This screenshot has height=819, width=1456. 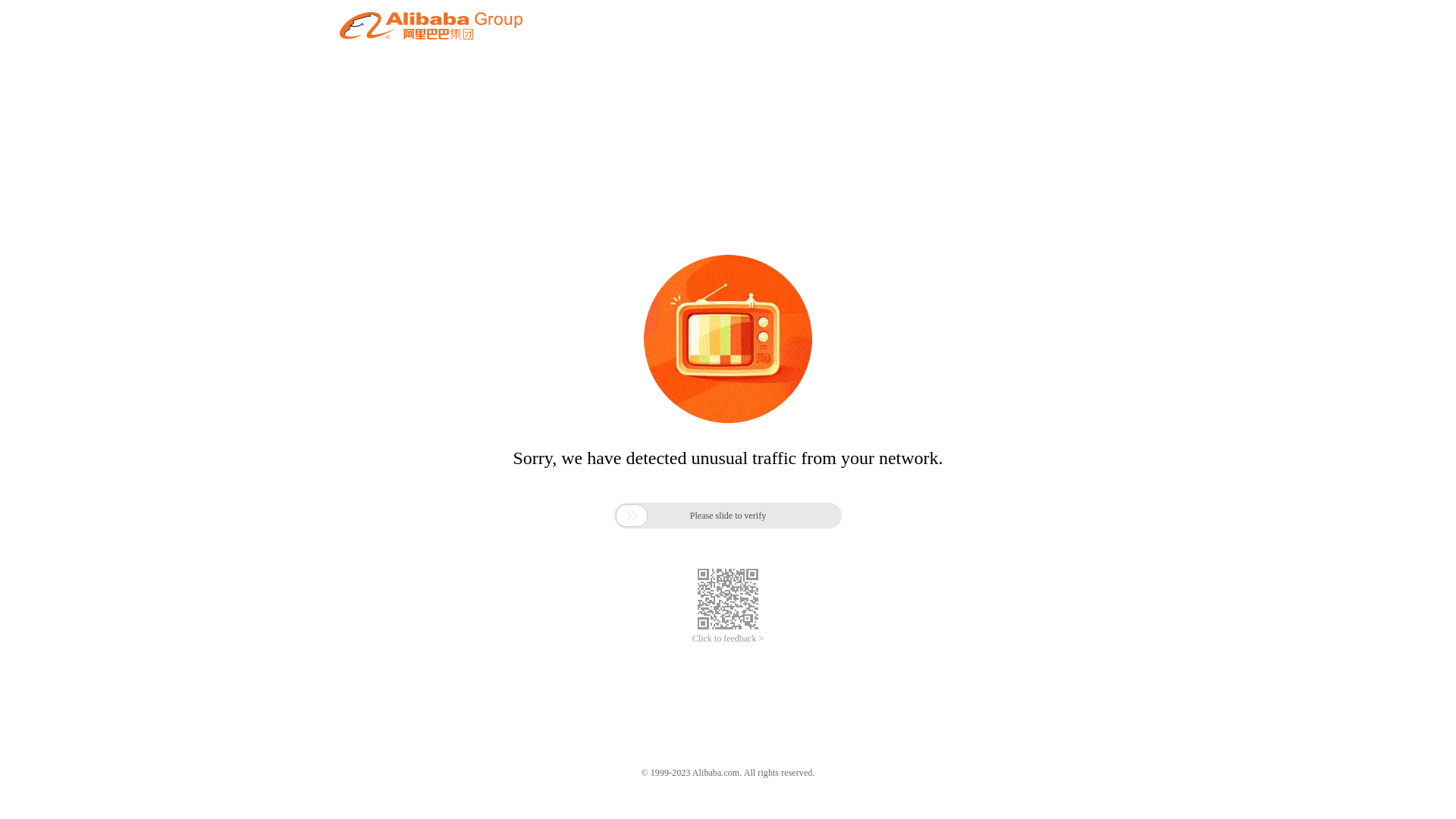 What do you see at coordinates (728, 639) in the screenshot?
I see `'Click to feedback >'` at bounding box center [728, 639].